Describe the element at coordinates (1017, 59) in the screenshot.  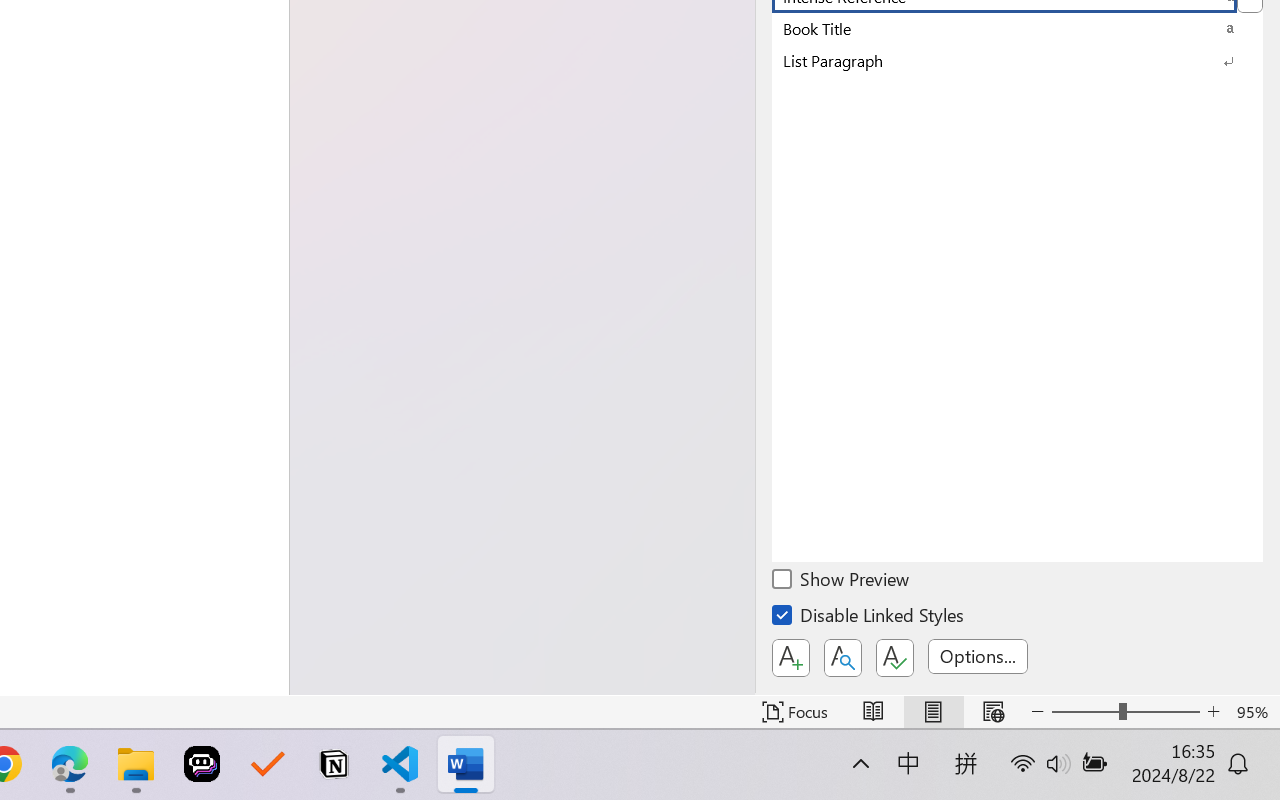
I see `'List Paragraph'` at that location.